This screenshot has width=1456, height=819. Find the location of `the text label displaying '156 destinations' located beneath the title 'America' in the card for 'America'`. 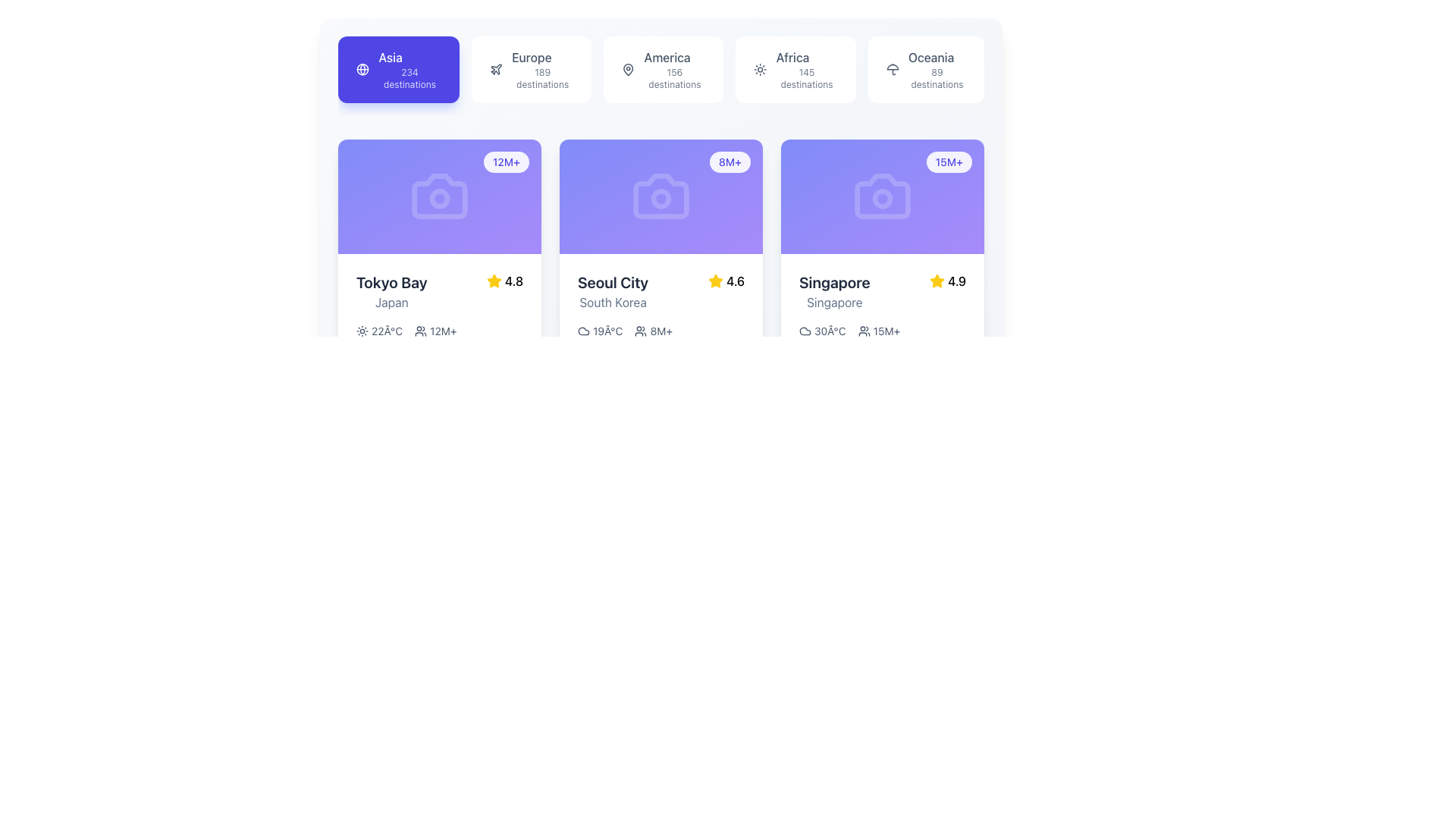

the text label displaying '156 destinations' located beneath the title 'America' in the card for 'America' is located at coordinates (673, 79).